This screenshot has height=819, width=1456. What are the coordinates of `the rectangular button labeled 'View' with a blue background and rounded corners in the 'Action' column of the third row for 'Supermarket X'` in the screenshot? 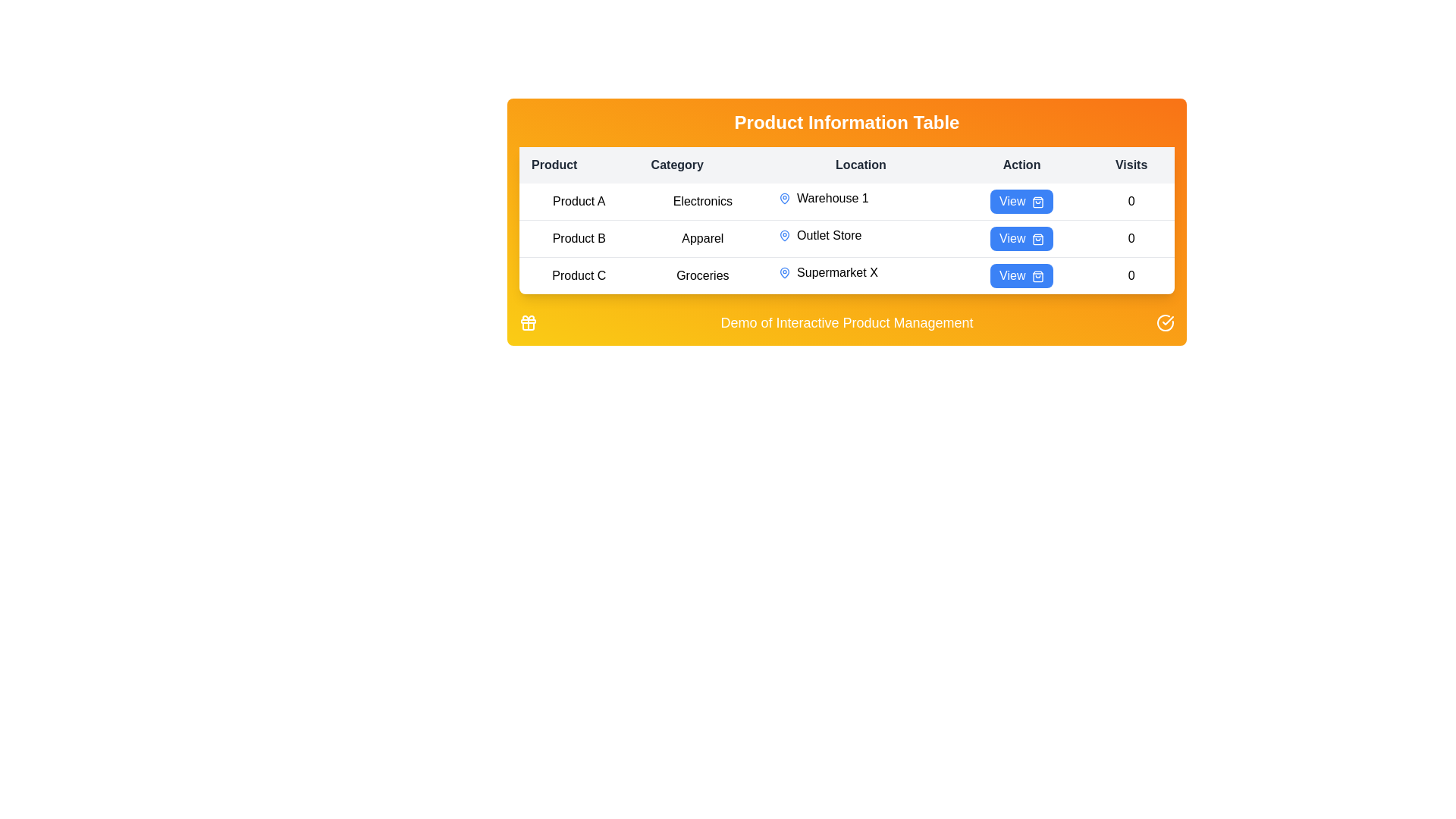 It's located at (1021, 275).